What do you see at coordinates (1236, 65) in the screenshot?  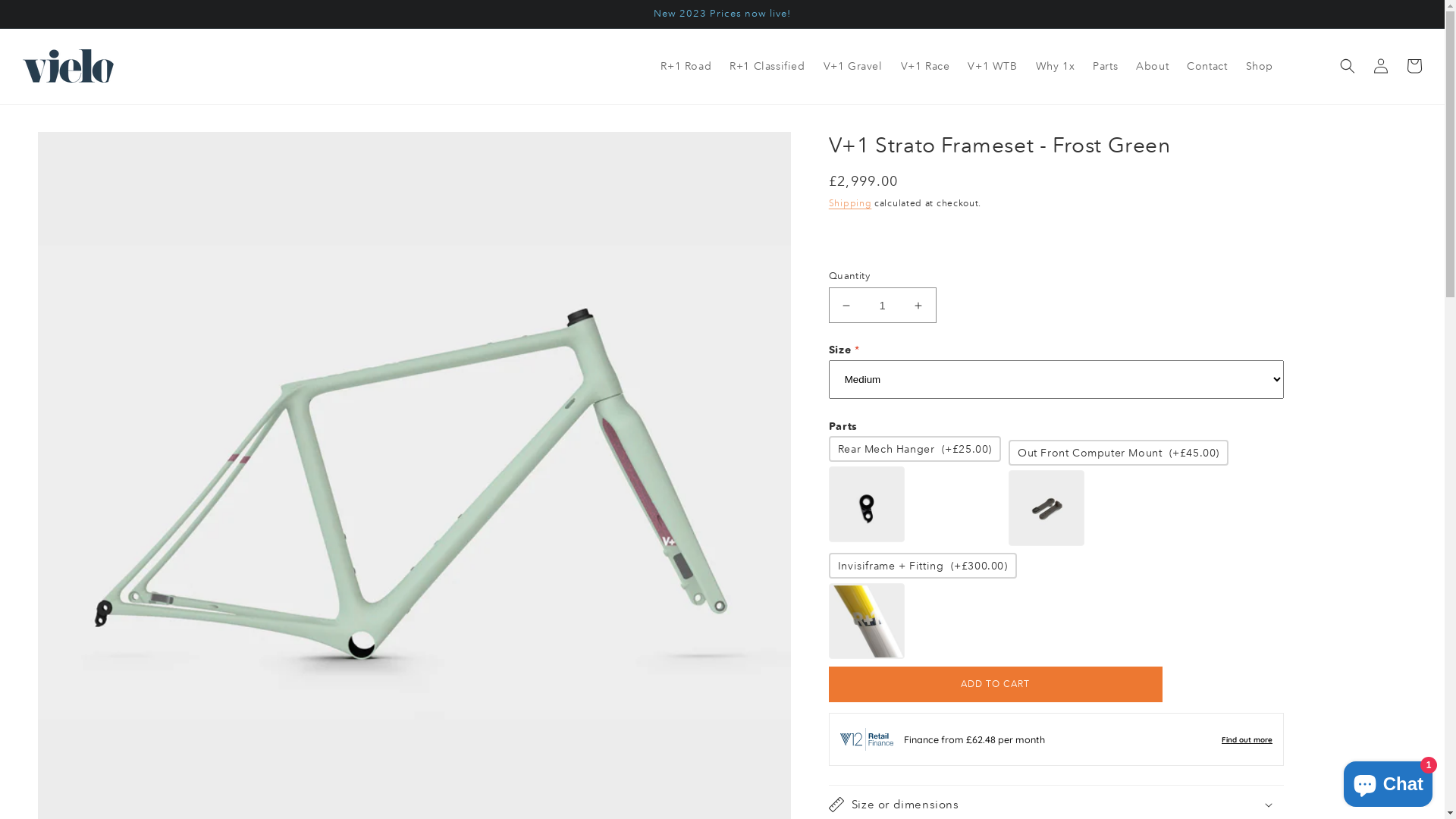 I see `'Shop'` at bounding box center [1236, 65].